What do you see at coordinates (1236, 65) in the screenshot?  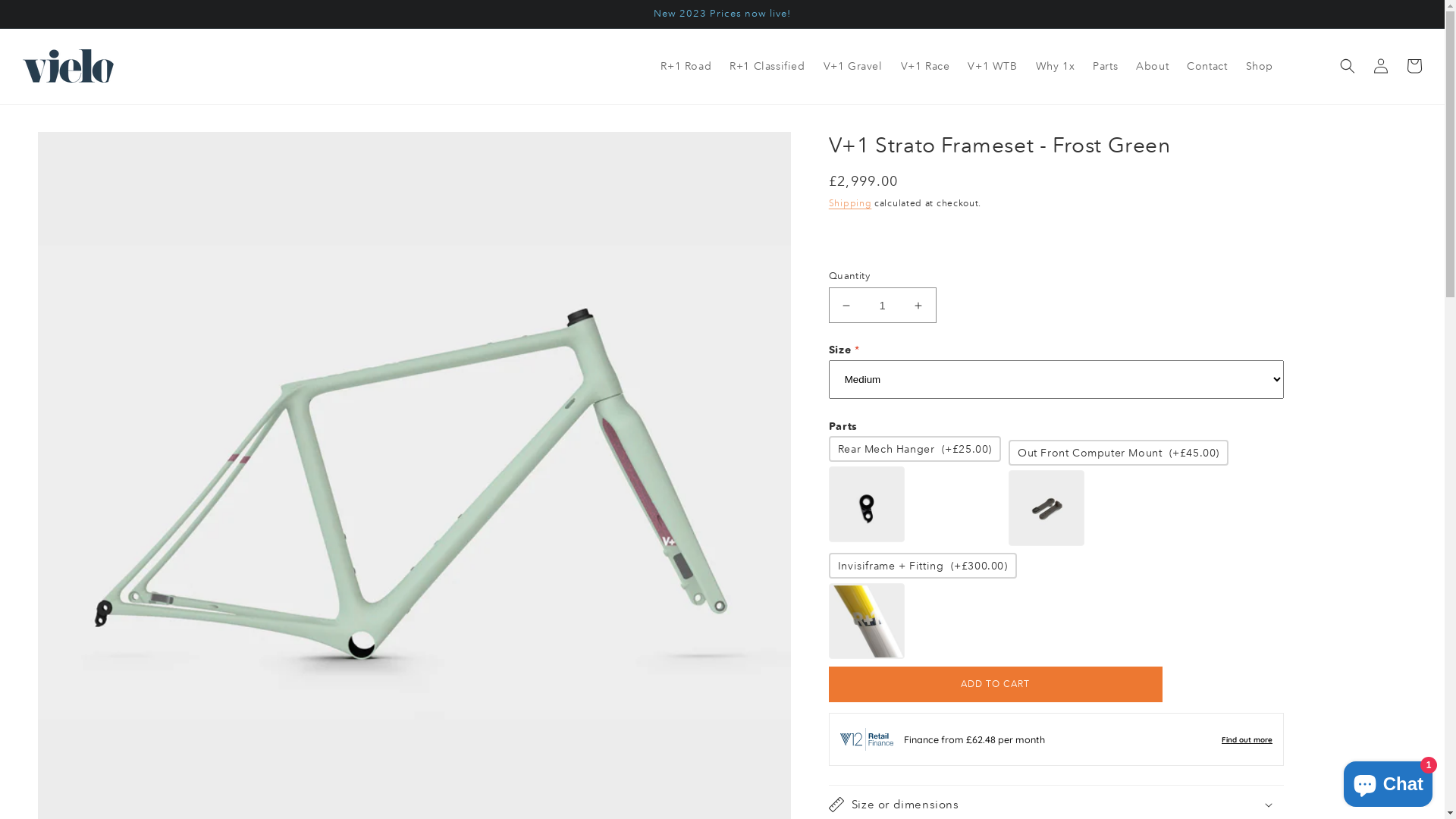 I see `'Shop'` at bounding box center [1236, 65].